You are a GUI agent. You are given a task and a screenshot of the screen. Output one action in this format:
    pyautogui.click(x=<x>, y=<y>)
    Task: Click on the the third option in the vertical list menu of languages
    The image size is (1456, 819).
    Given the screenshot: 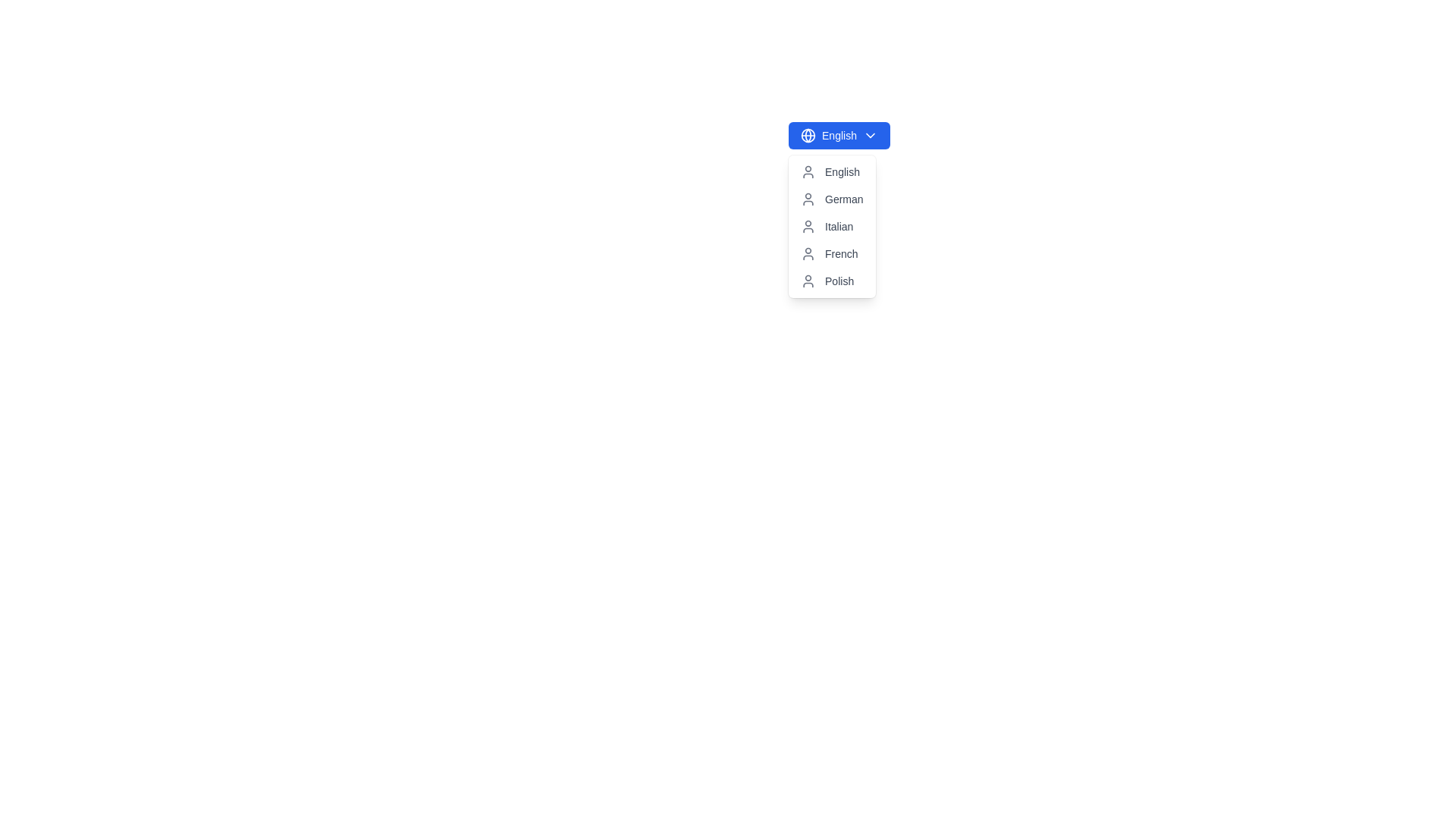 What is the action you would take?
    pyautogui.click(x=831, y=227)
    